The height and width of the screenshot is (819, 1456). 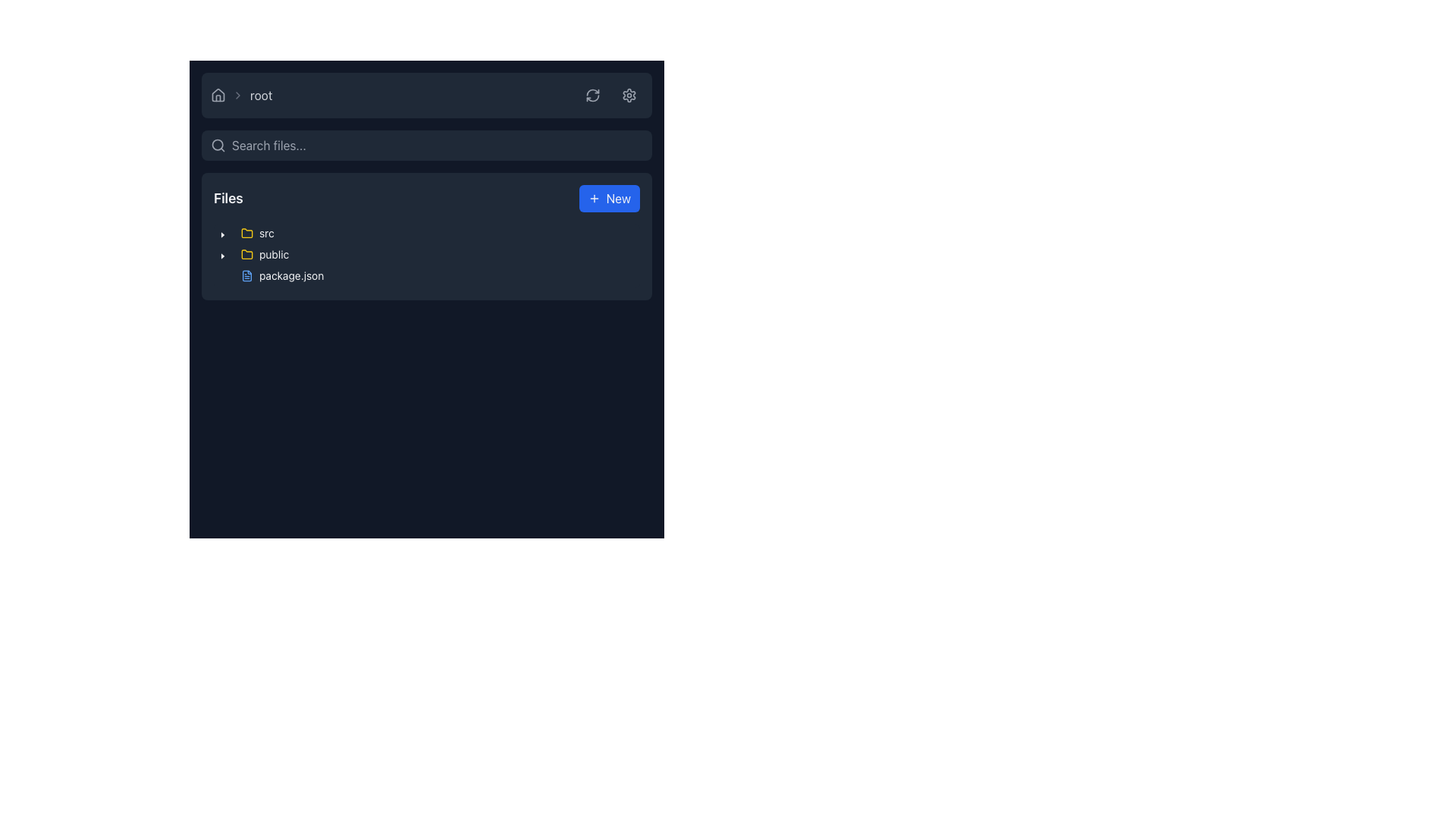 I want to click on the 'public' tree node item, which is represented by a yellow folder icon followed by the label 'public', located under the 'Files' heading, so click(x=265, y=253).